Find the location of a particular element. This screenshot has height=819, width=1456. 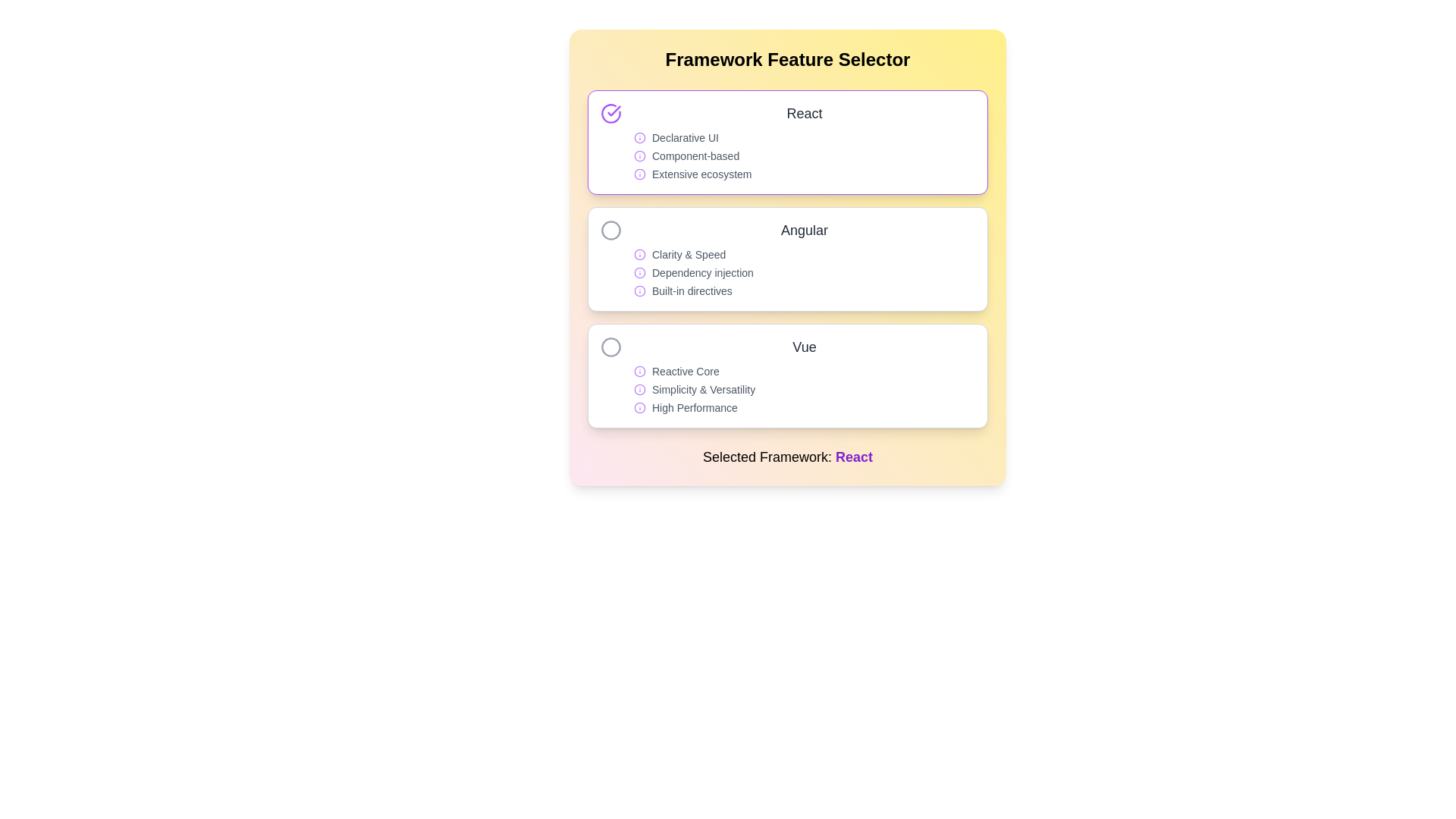

the check mark icon indicating that the 'React' framework option is selected in the feature selector interface, which is positioned to the left of the text 'React' in the topmost card is located at coordinates (614, 110).